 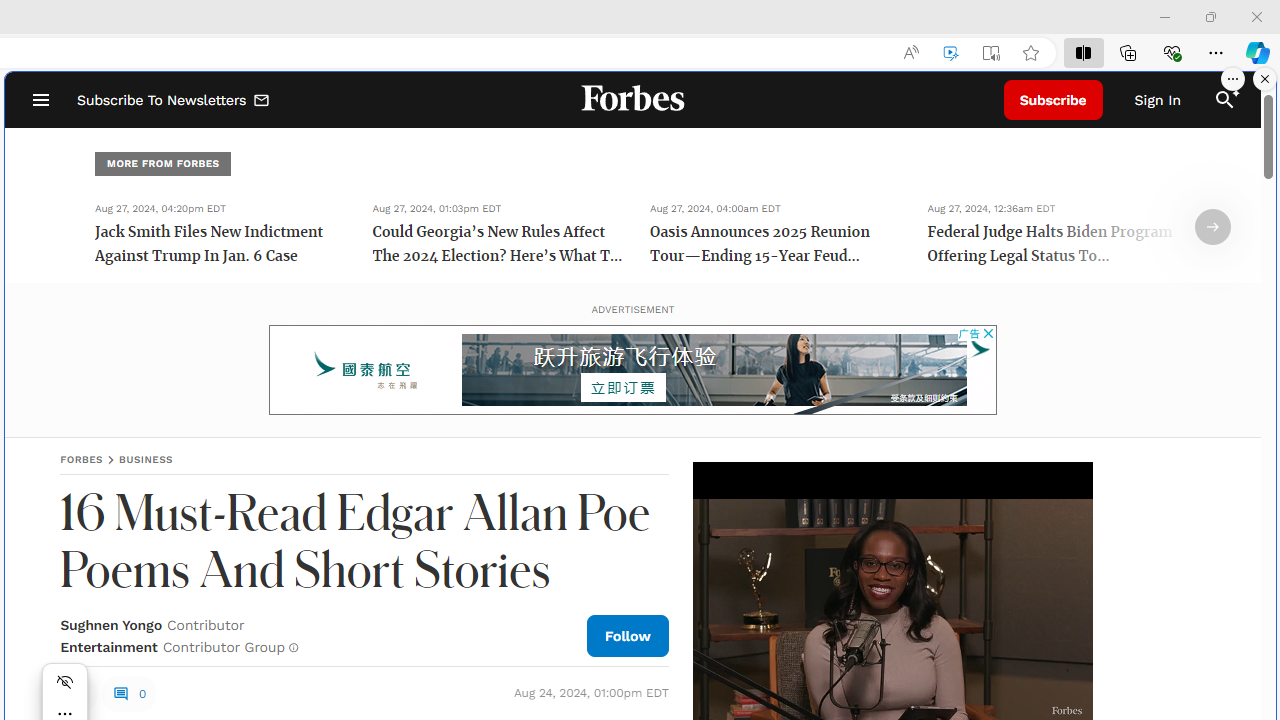 I want to click on 'Class: sparkles_svg__fs-icon sparkles_svg__fs-icon--sparkles', so click(x=1232, y=91).